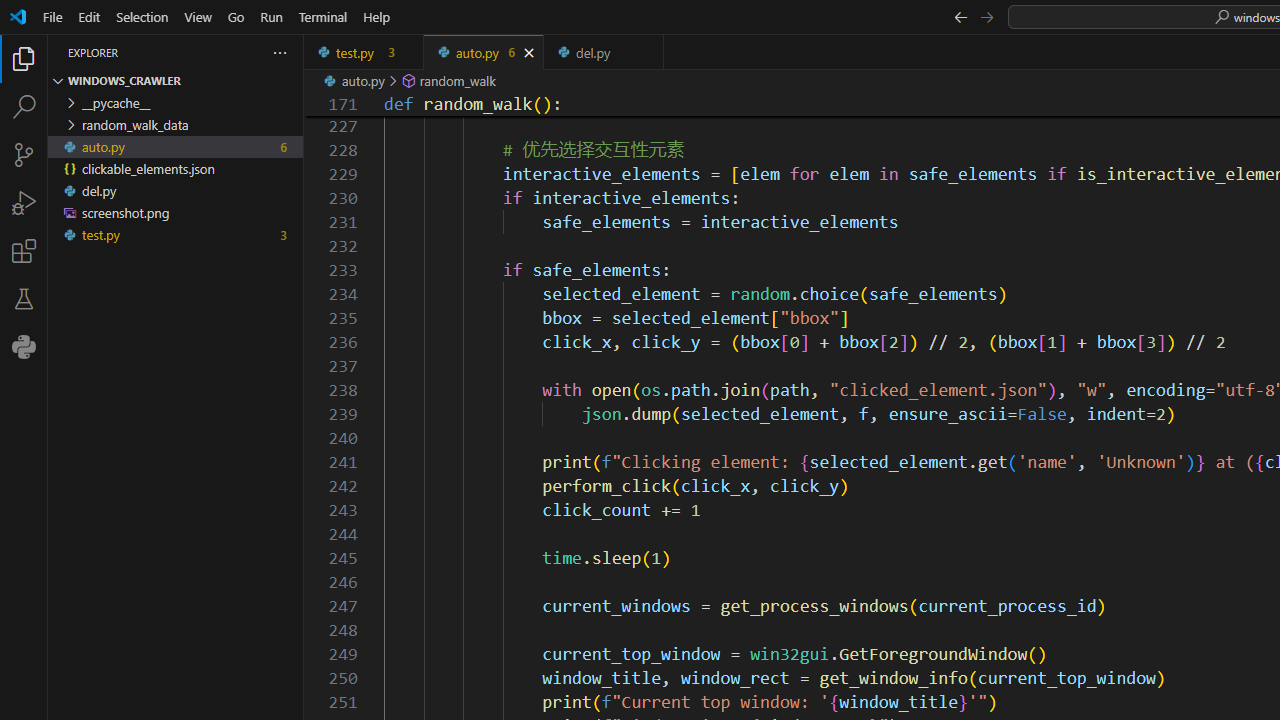  Describe the element at coordinates (603, 51) in the screenshot. I see `'del.py'` at that location.